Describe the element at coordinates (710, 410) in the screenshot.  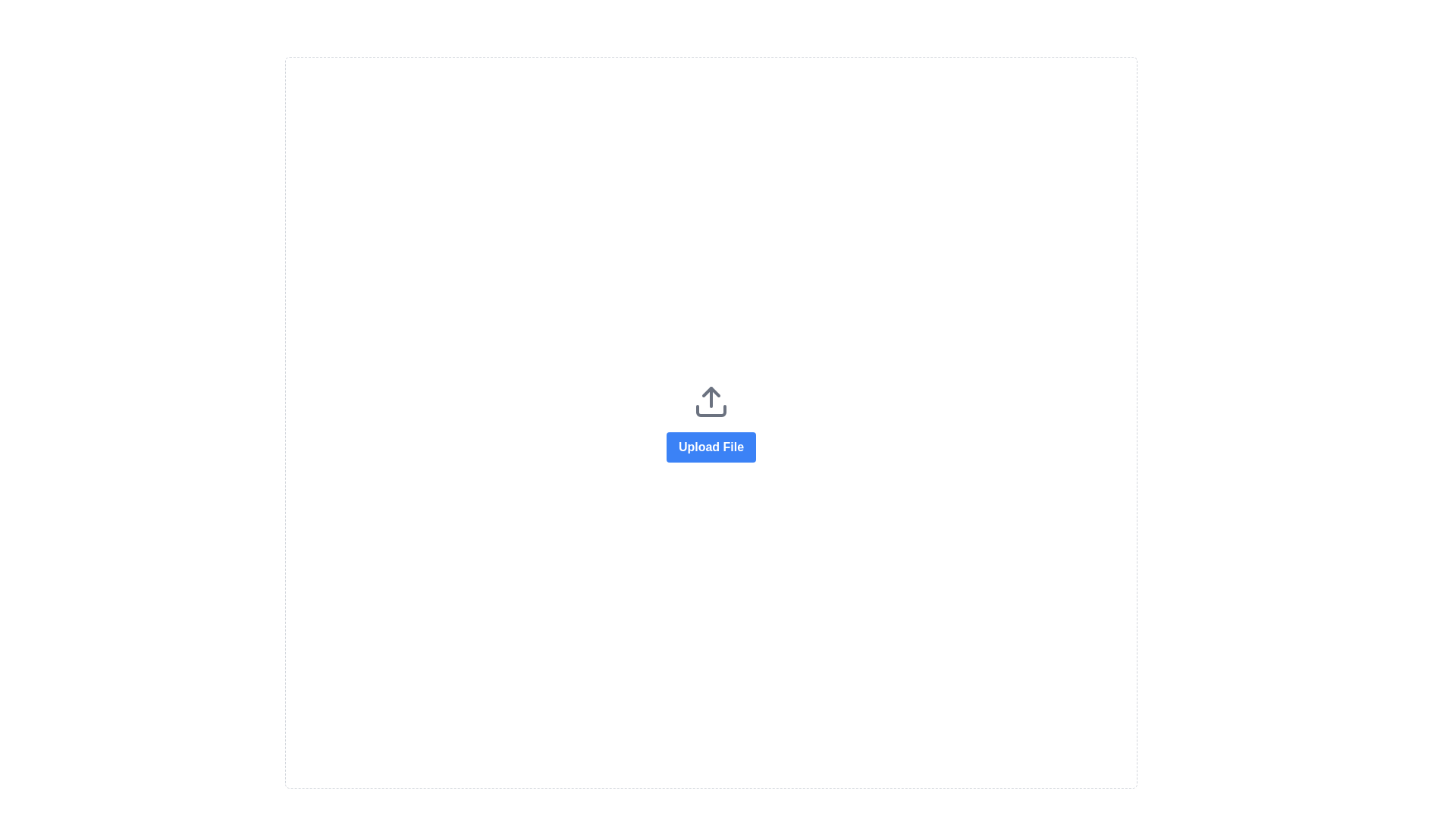
I see `the visual representation of the gray rectangular tray-like icon component located centrally below the upward-pointing arrow` at that location.